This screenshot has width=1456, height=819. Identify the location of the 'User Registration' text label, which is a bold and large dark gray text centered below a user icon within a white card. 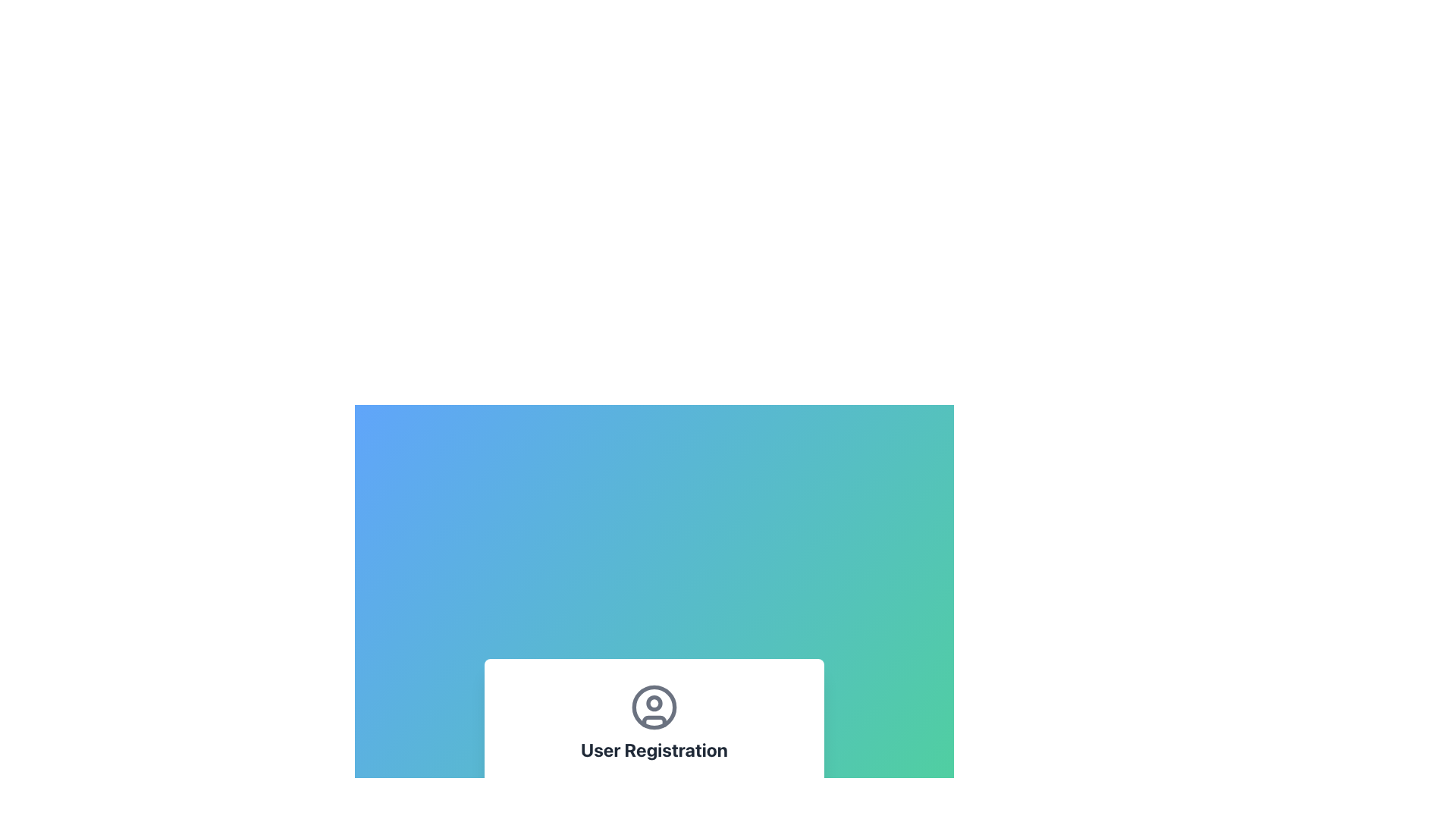
(654, 748).